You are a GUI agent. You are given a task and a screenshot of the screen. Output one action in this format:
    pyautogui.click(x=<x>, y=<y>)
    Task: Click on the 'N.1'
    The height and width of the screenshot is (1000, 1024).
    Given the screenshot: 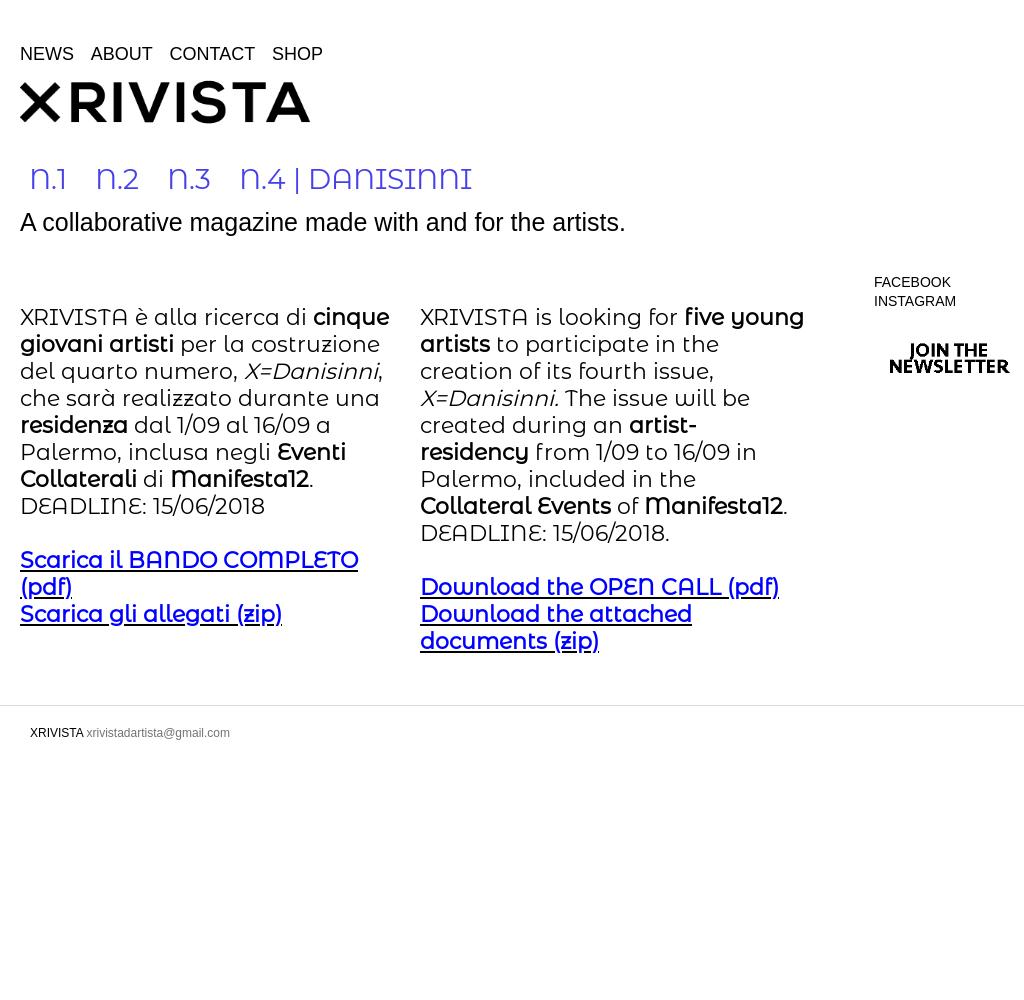 What is the action you would take?
    pyautogui.click(x=47, y=179)
    